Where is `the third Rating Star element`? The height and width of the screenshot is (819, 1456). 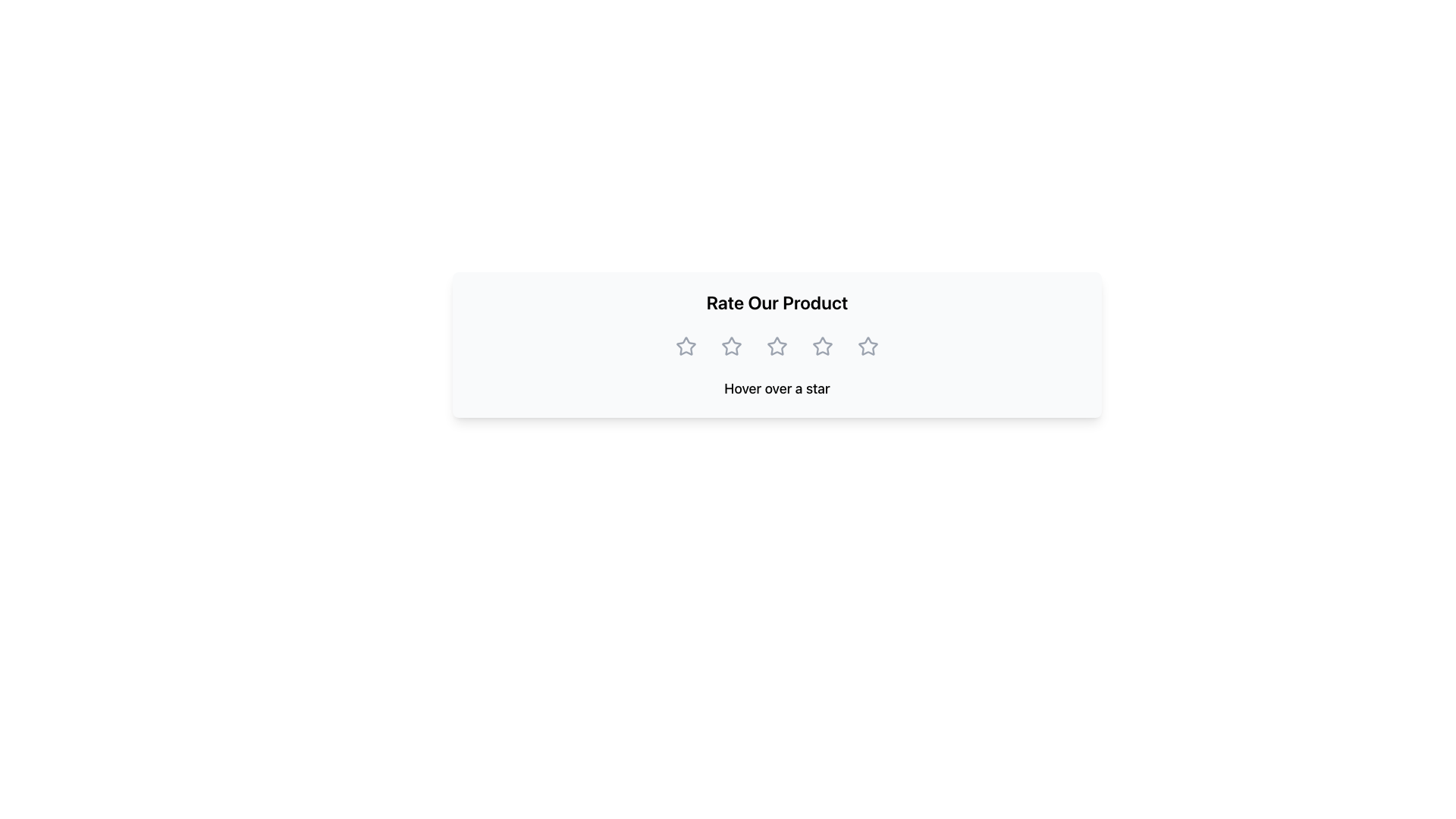
the third Rating Star element is located at coordinates (776, 345).